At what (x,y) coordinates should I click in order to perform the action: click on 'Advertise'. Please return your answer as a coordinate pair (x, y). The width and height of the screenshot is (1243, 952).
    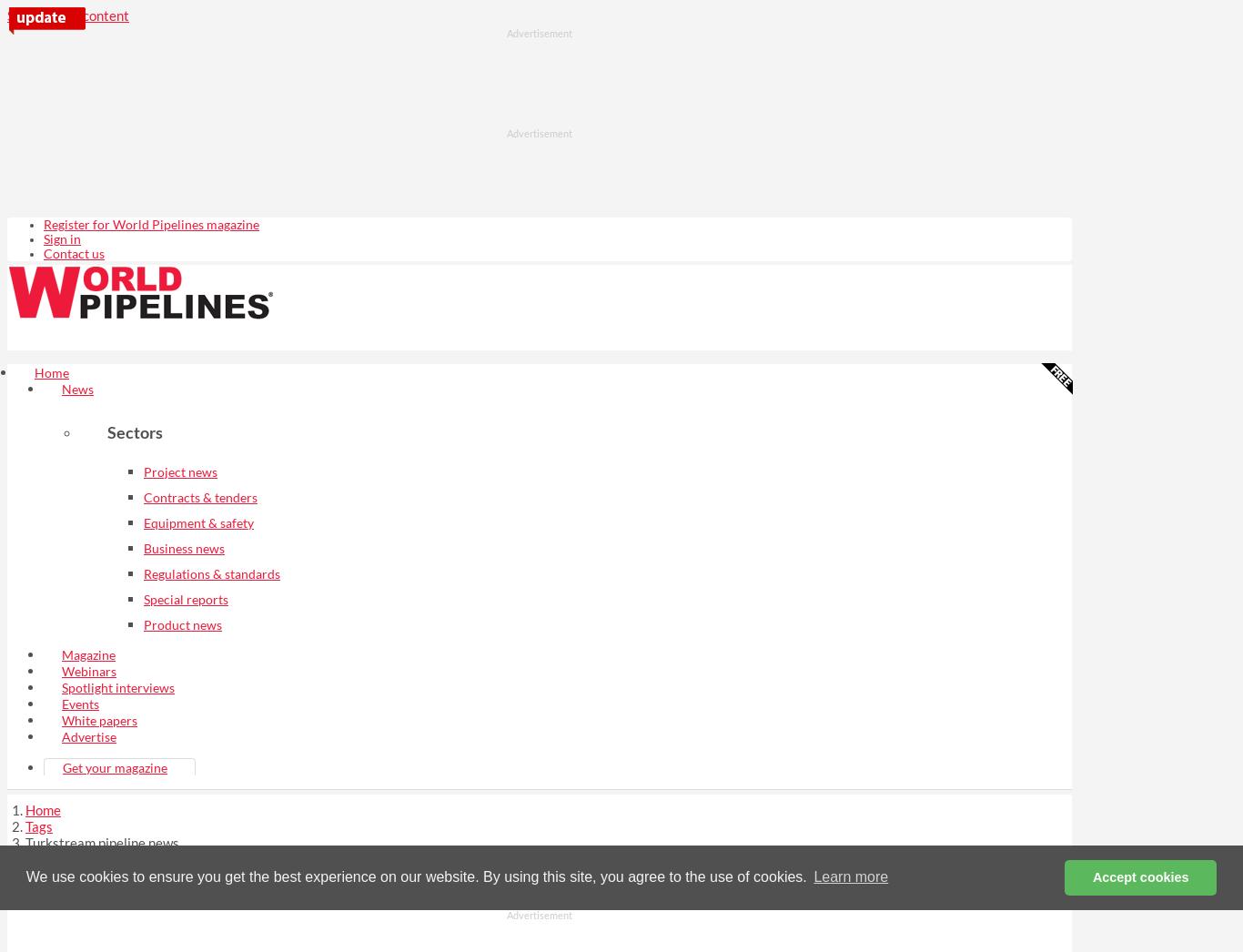
    Looking at the image, I should click on (88, 735).